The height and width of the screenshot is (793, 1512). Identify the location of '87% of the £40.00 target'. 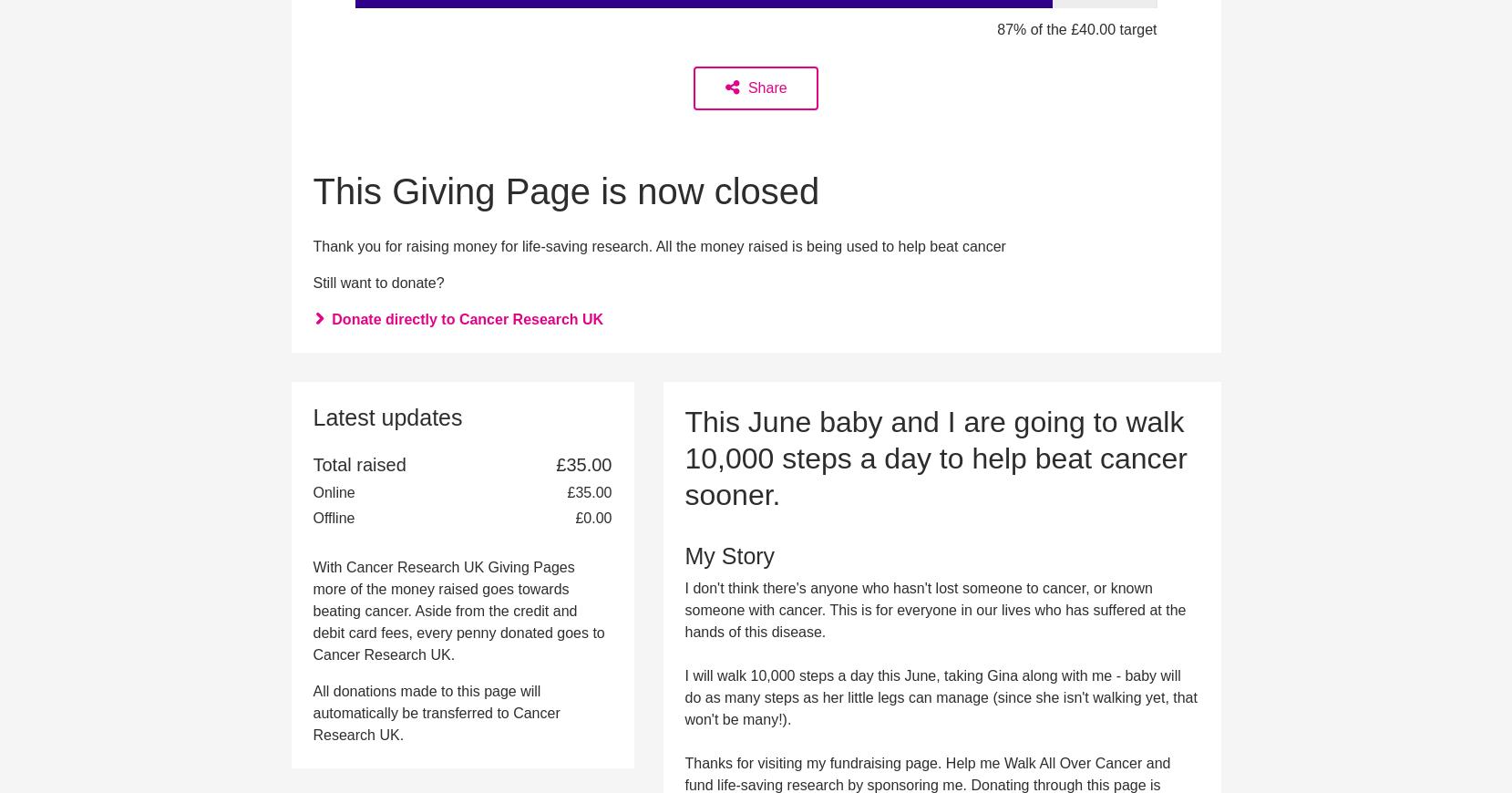
(1076, 27).